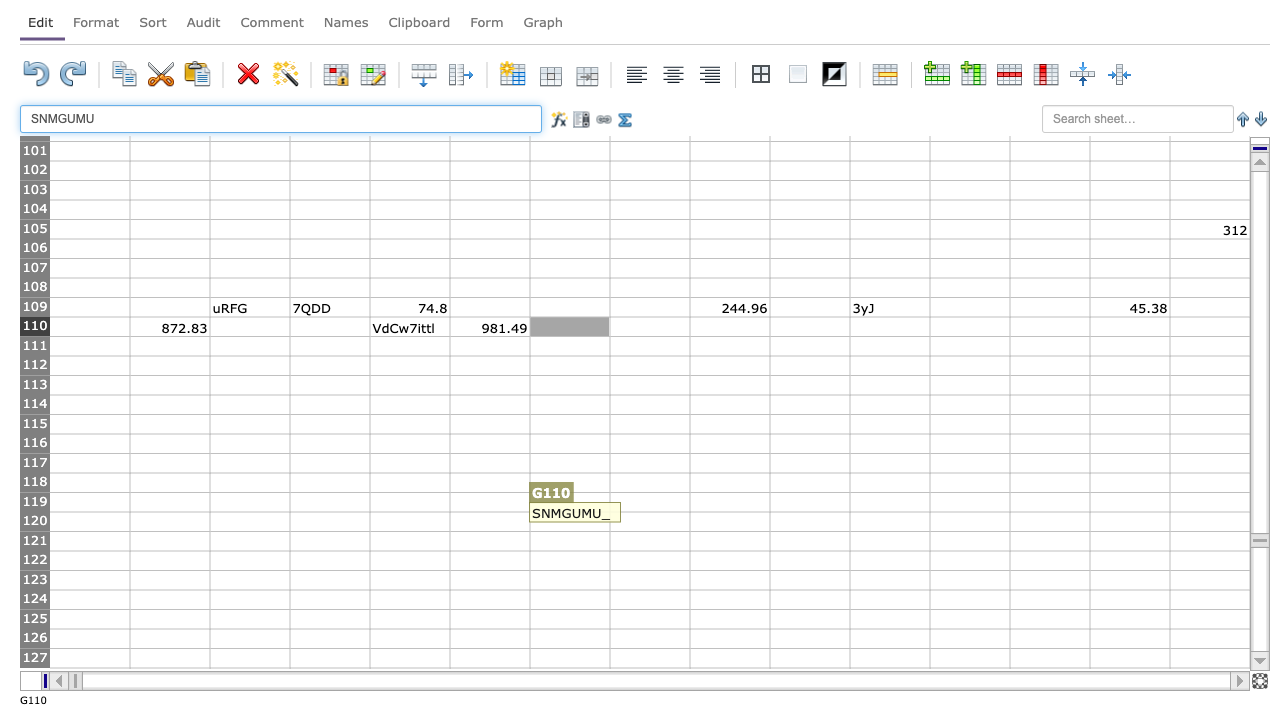 This screenshot has width=1280, height=720. I want to click on on J120, so click(809, 520).